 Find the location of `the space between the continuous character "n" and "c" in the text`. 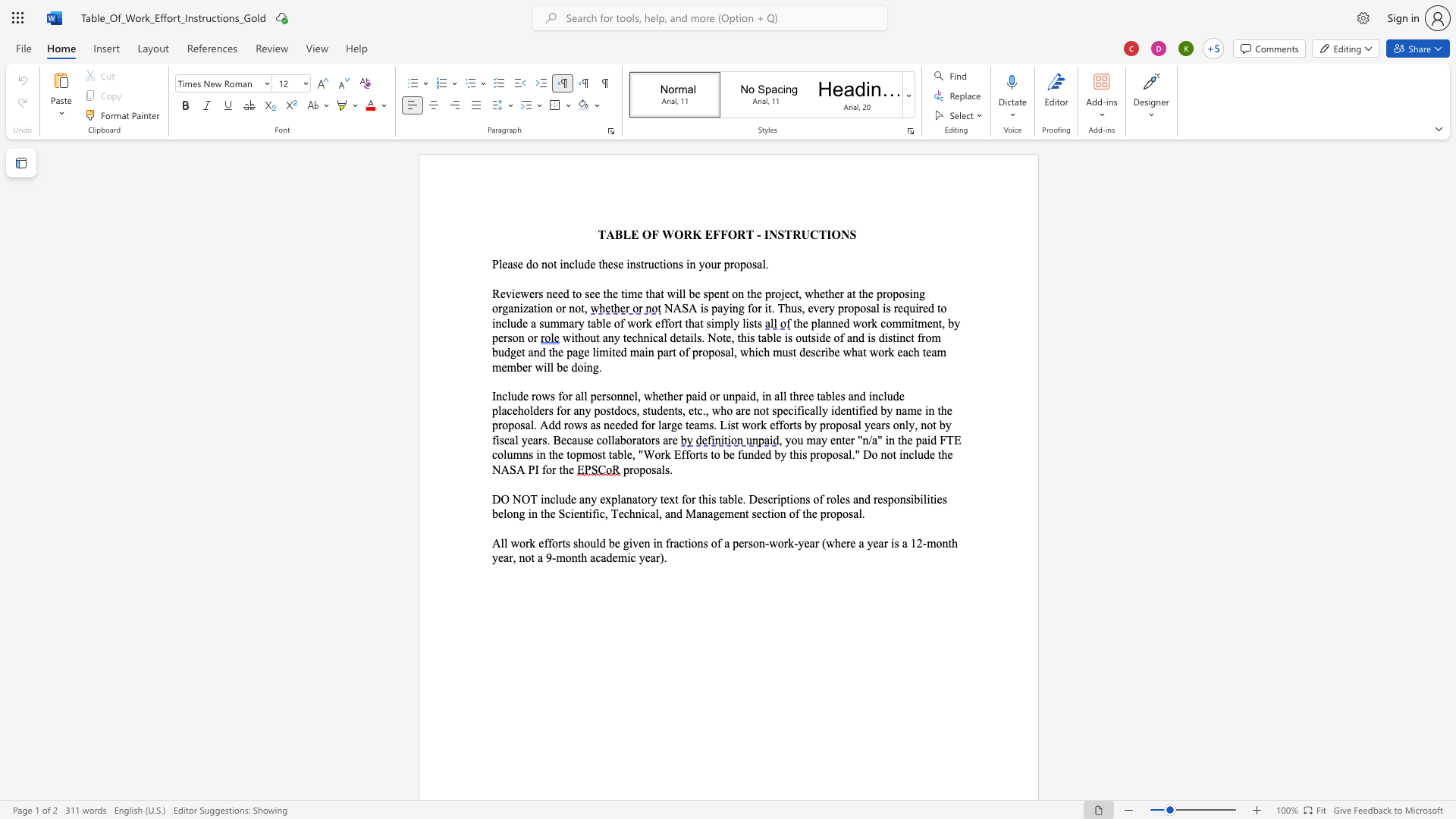

the space between the continuous character "n" and "c" in the text is located at coordinates (549, 499).